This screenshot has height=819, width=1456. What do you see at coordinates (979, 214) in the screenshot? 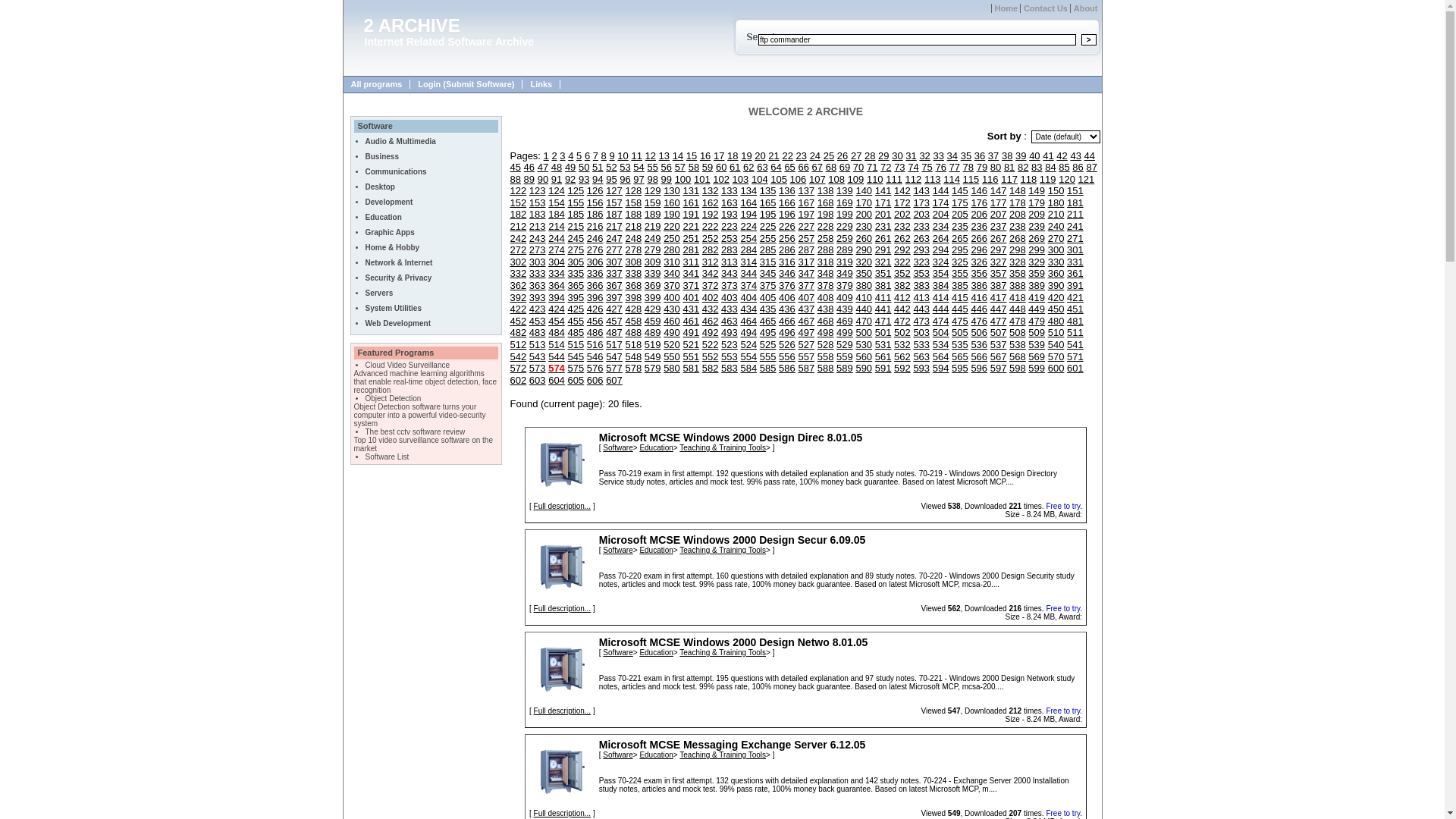
I see `'206'` at bounding box center [979, 214].